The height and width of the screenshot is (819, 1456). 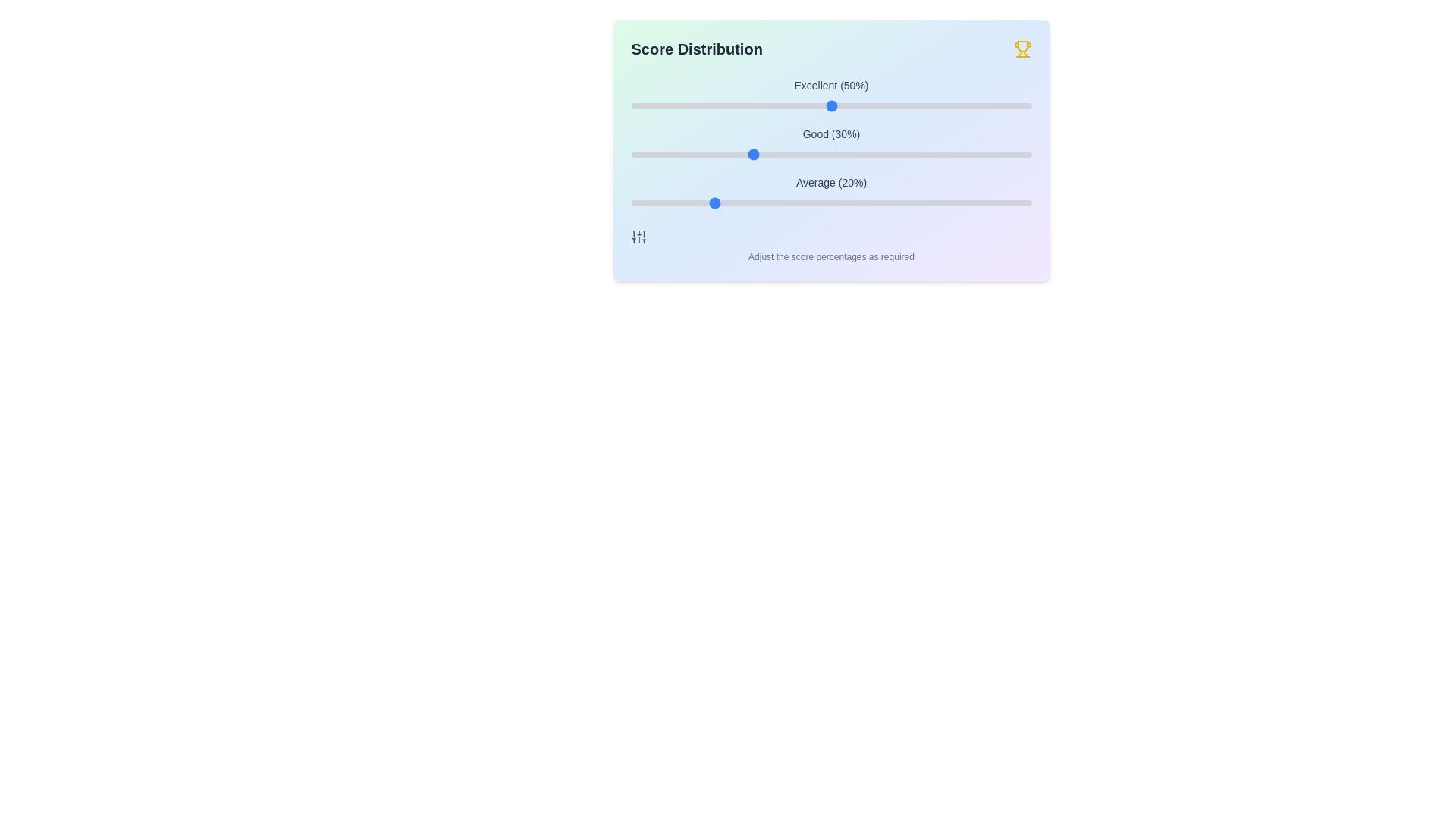 I want to click on the trophy icon to trigger its associated action, so click(x=1022, y=49).